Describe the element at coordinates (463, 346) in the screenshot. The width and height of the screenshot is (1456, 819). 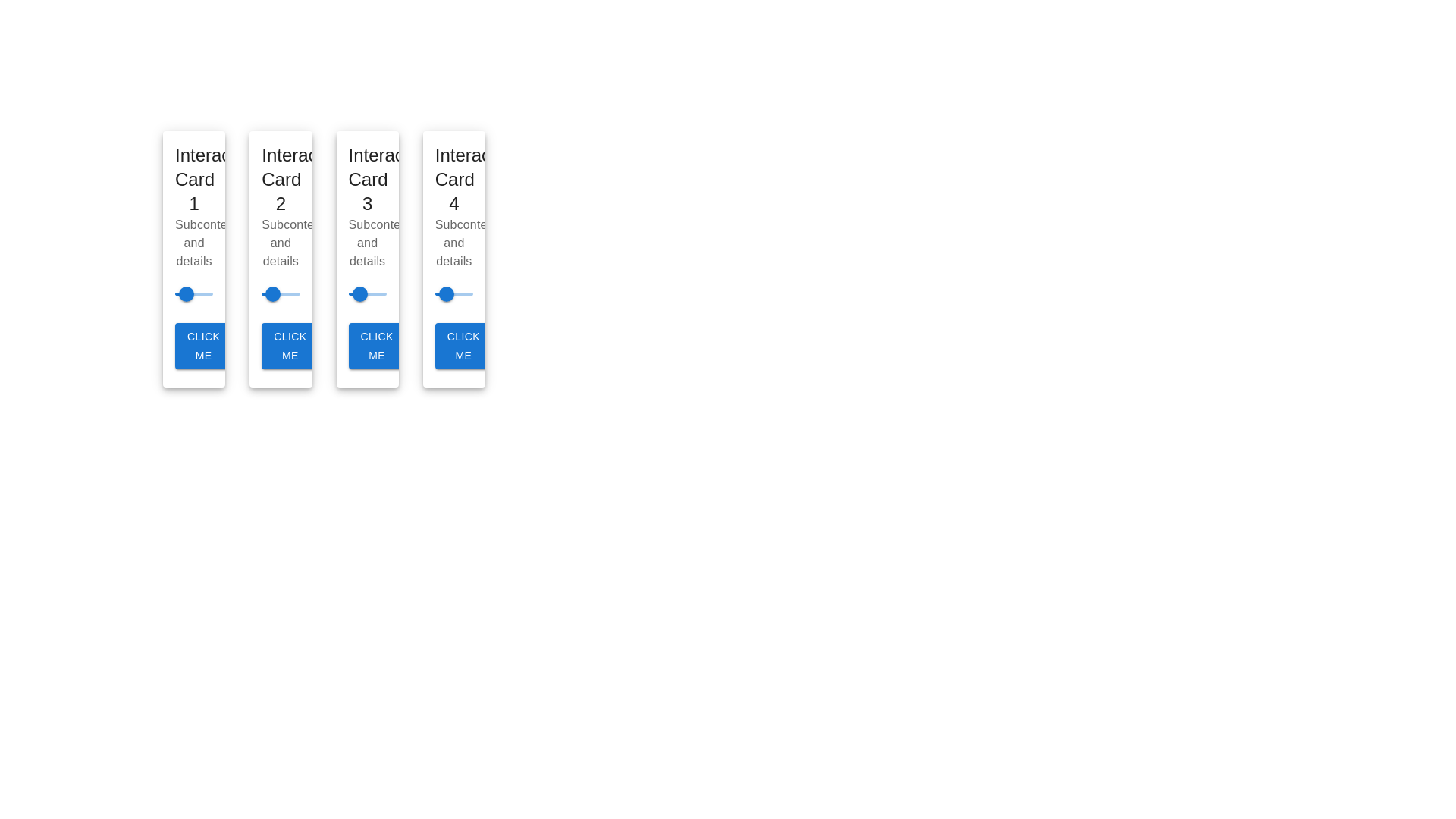
I see `the interactive button located at the bottom of the fourth card from the left` at that location.